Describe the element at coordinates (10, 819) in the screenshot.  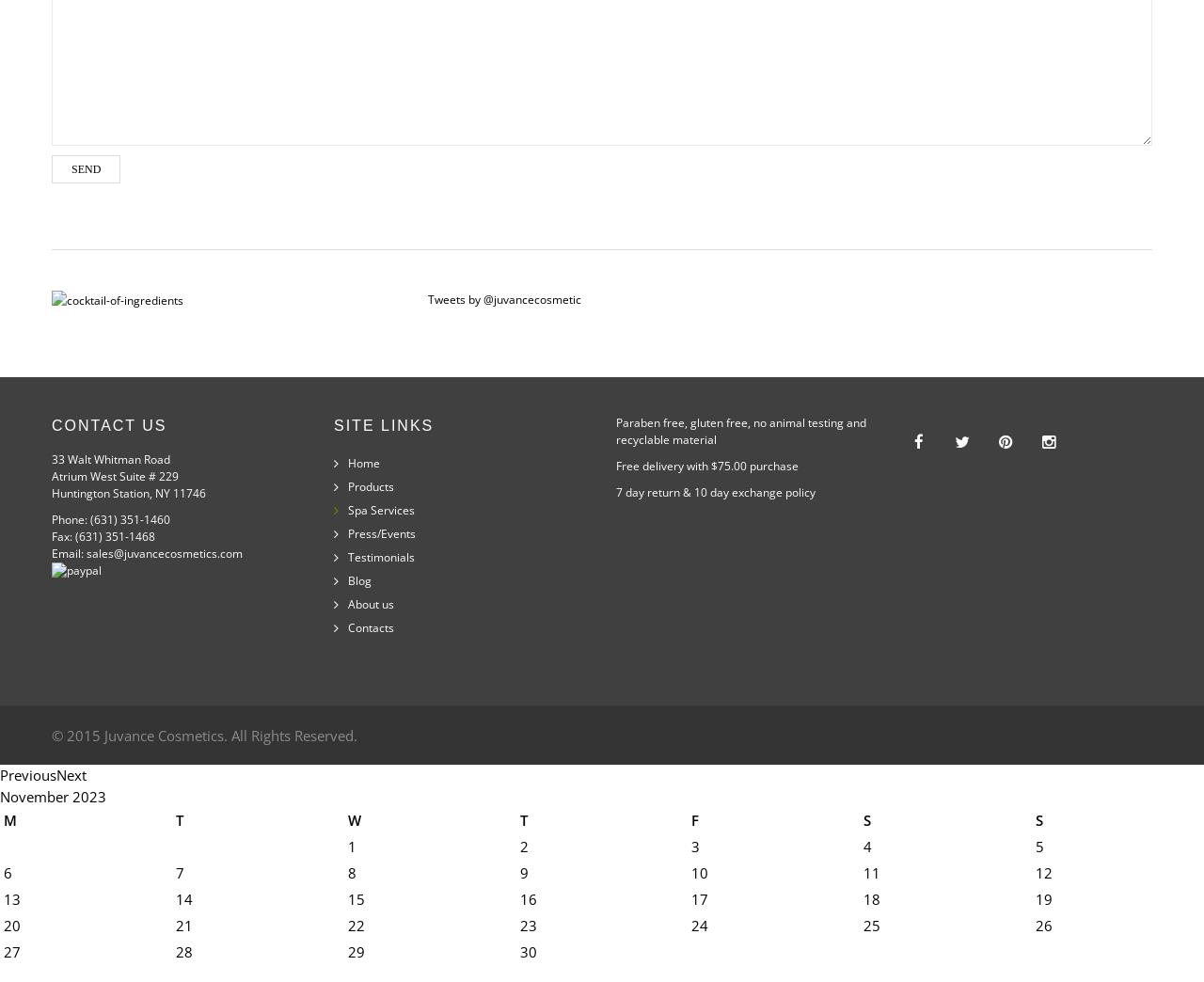
I see `'M'` at that location.